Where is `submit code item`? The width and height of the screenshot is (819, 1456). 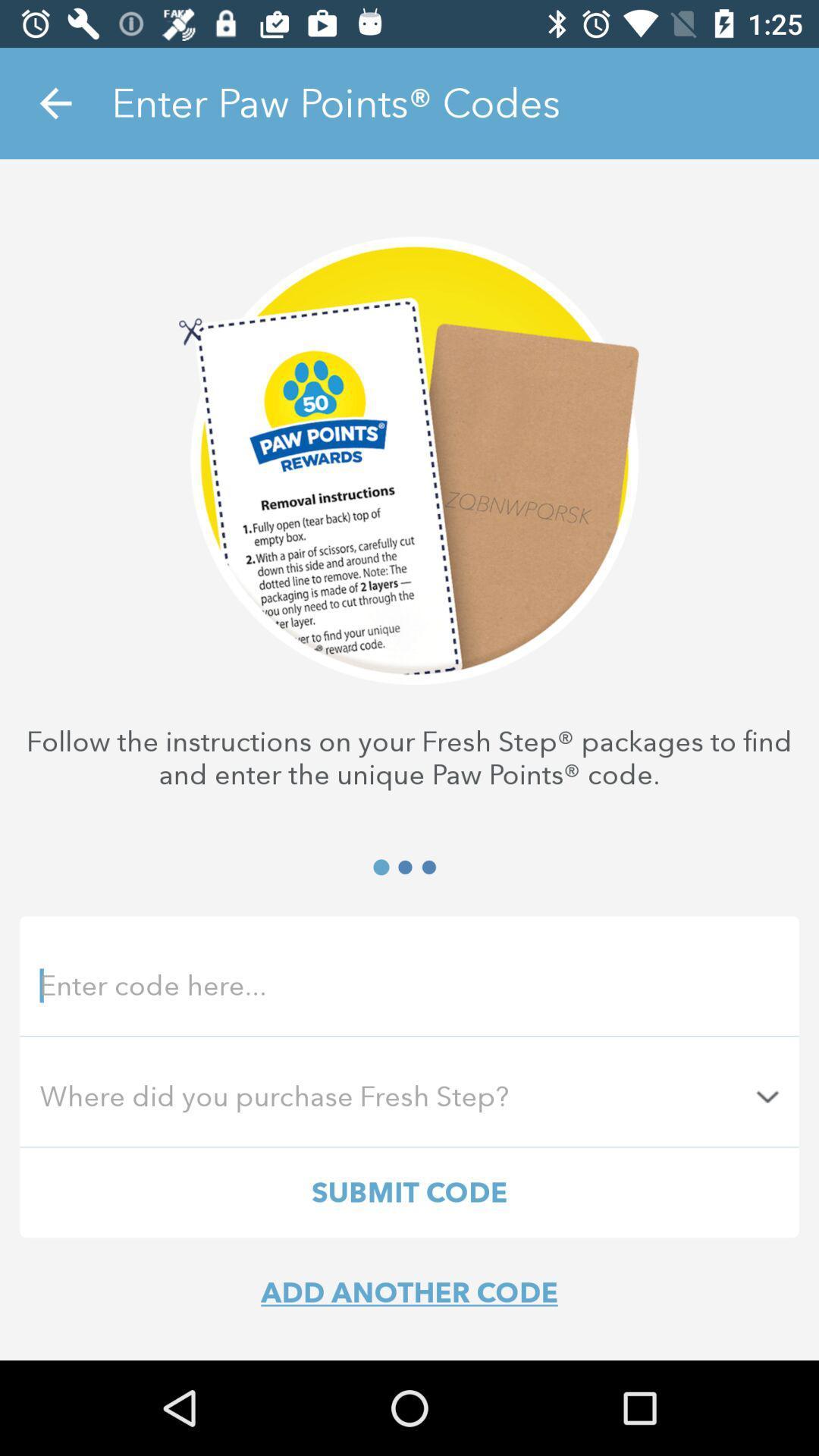
submit code item is located at coordinates (409, 1191).